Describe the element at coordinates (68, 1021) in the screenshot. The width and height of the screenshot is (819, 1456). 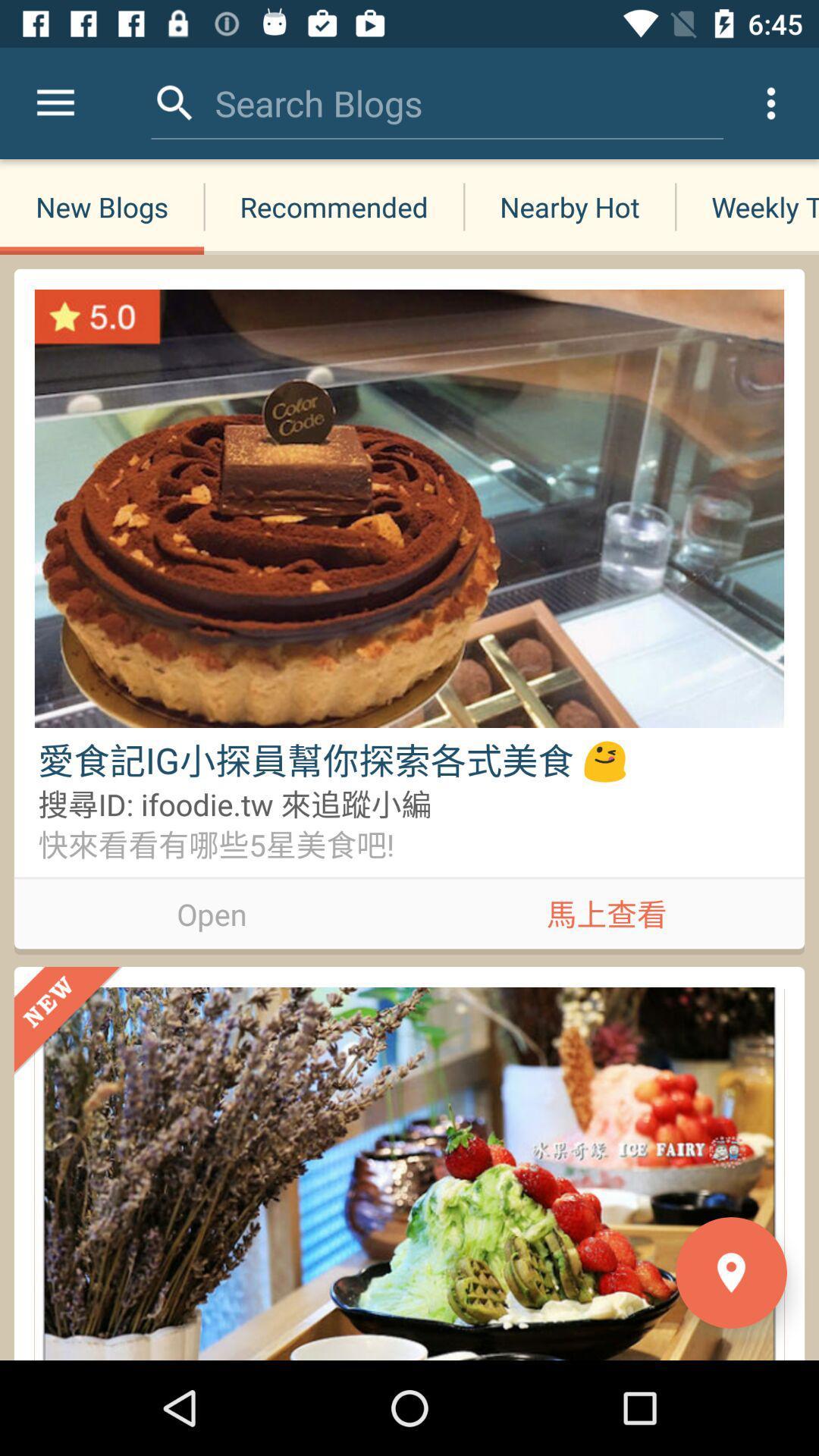
I see `the text which is at the top left corner in the second image from the top` at that location.